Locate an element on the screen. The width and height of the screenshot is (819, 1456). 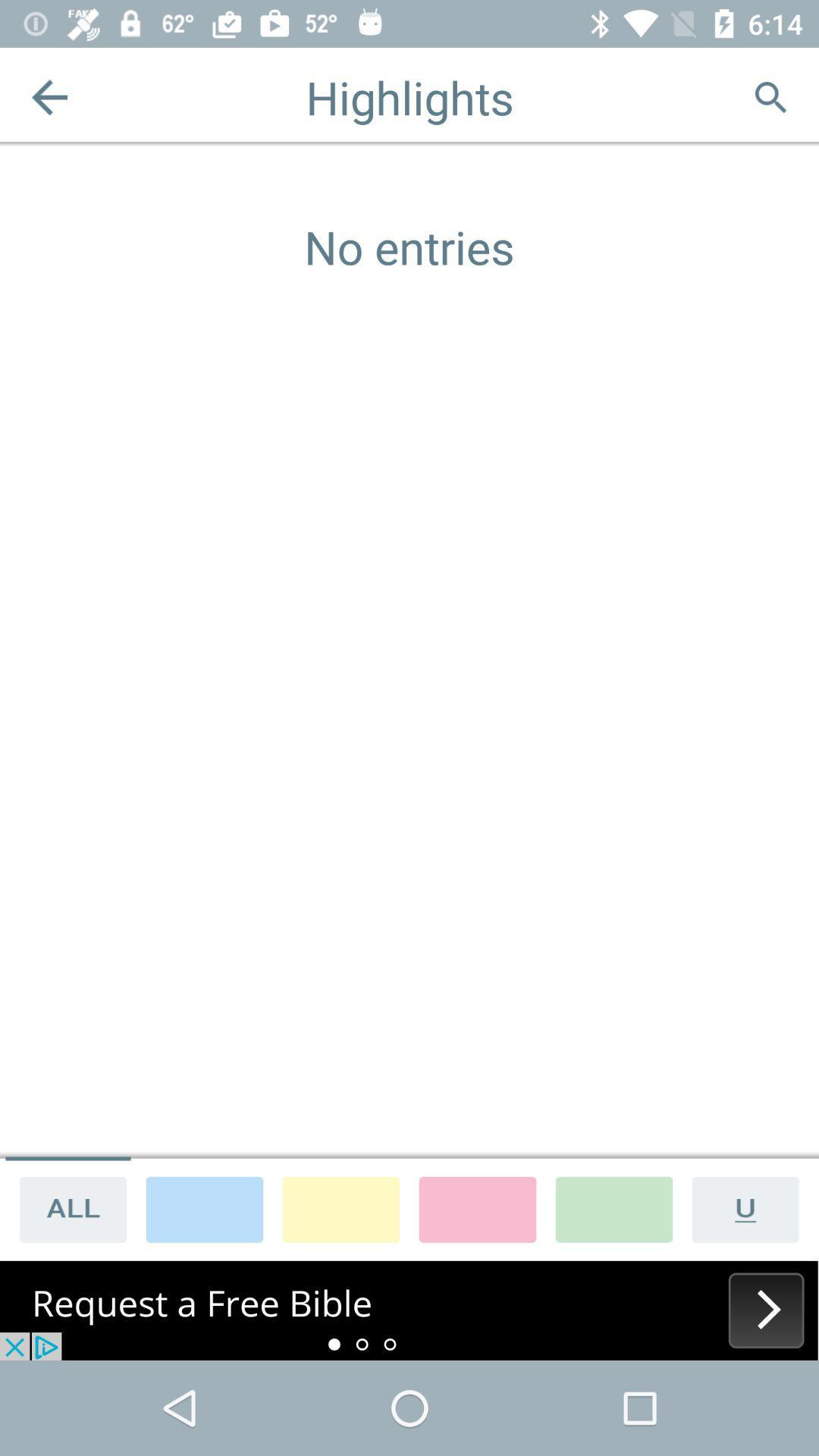
change background color is located at coordinates (614, 1208).